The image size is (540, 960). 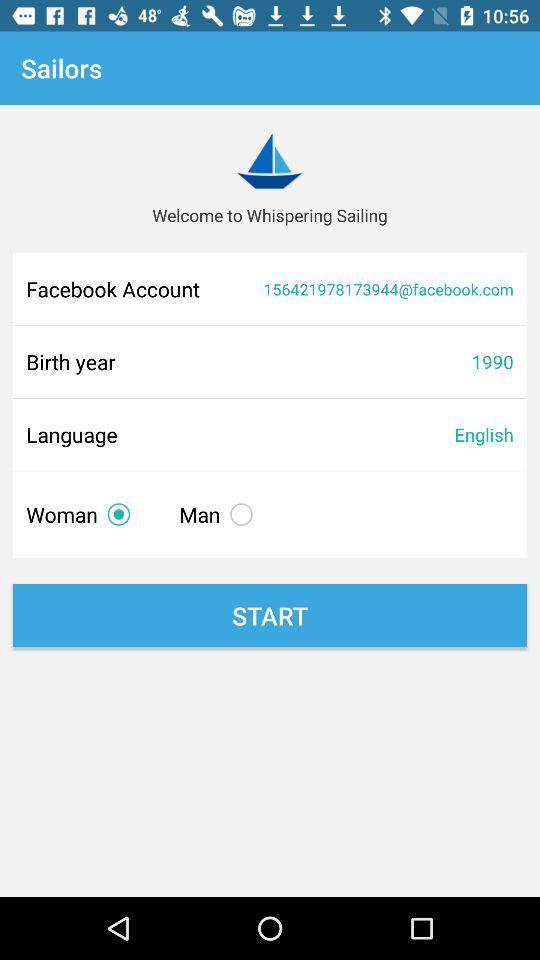 I want to click on the icon above the start icon, so click(x=219, y=513).